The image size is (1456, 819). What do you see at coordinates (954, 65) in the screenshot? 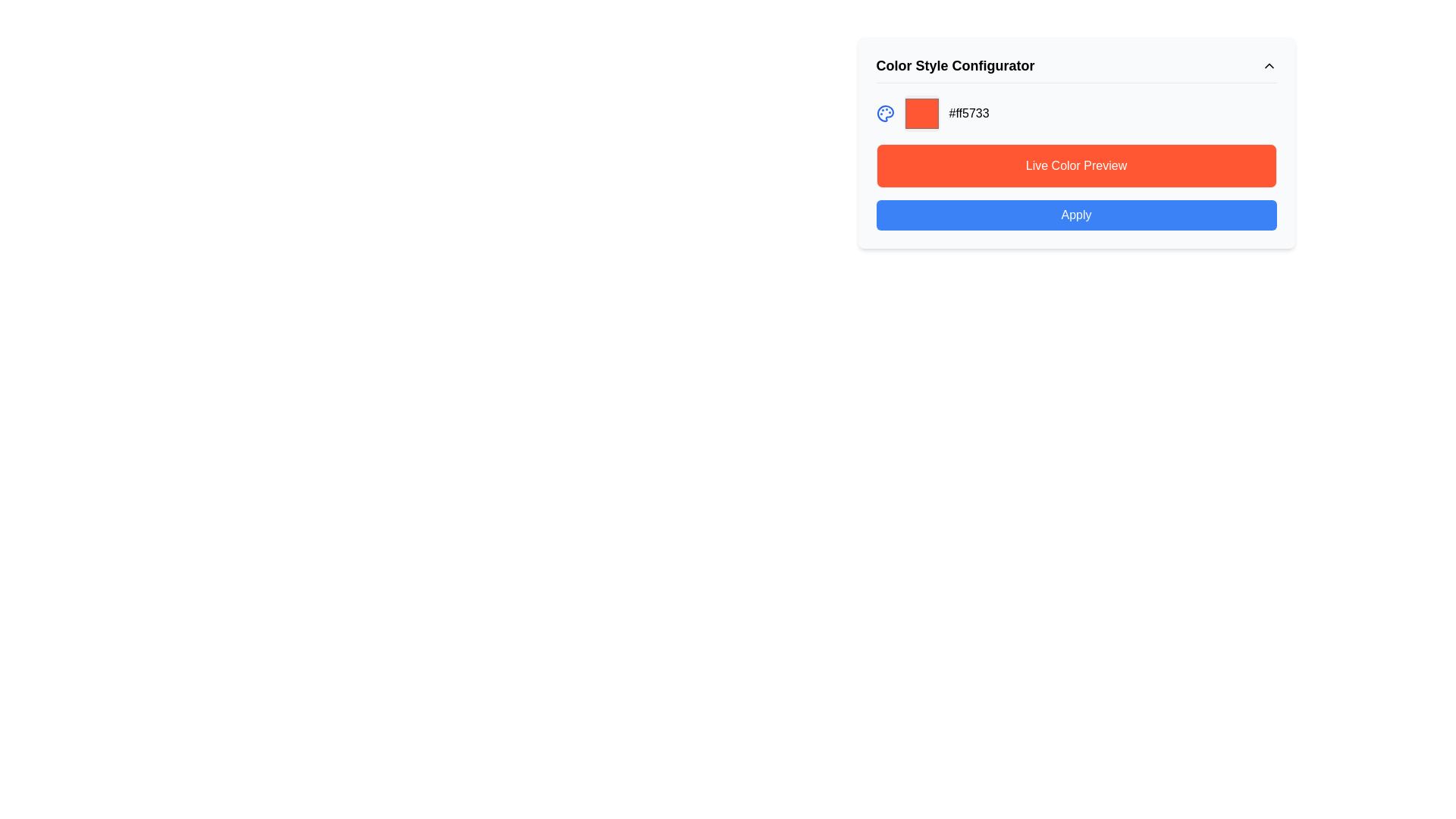
I see `the Text Label that serves as the title 'Color Style Configurator' positioned at the top section of the component` at bounding box center [954, 65].